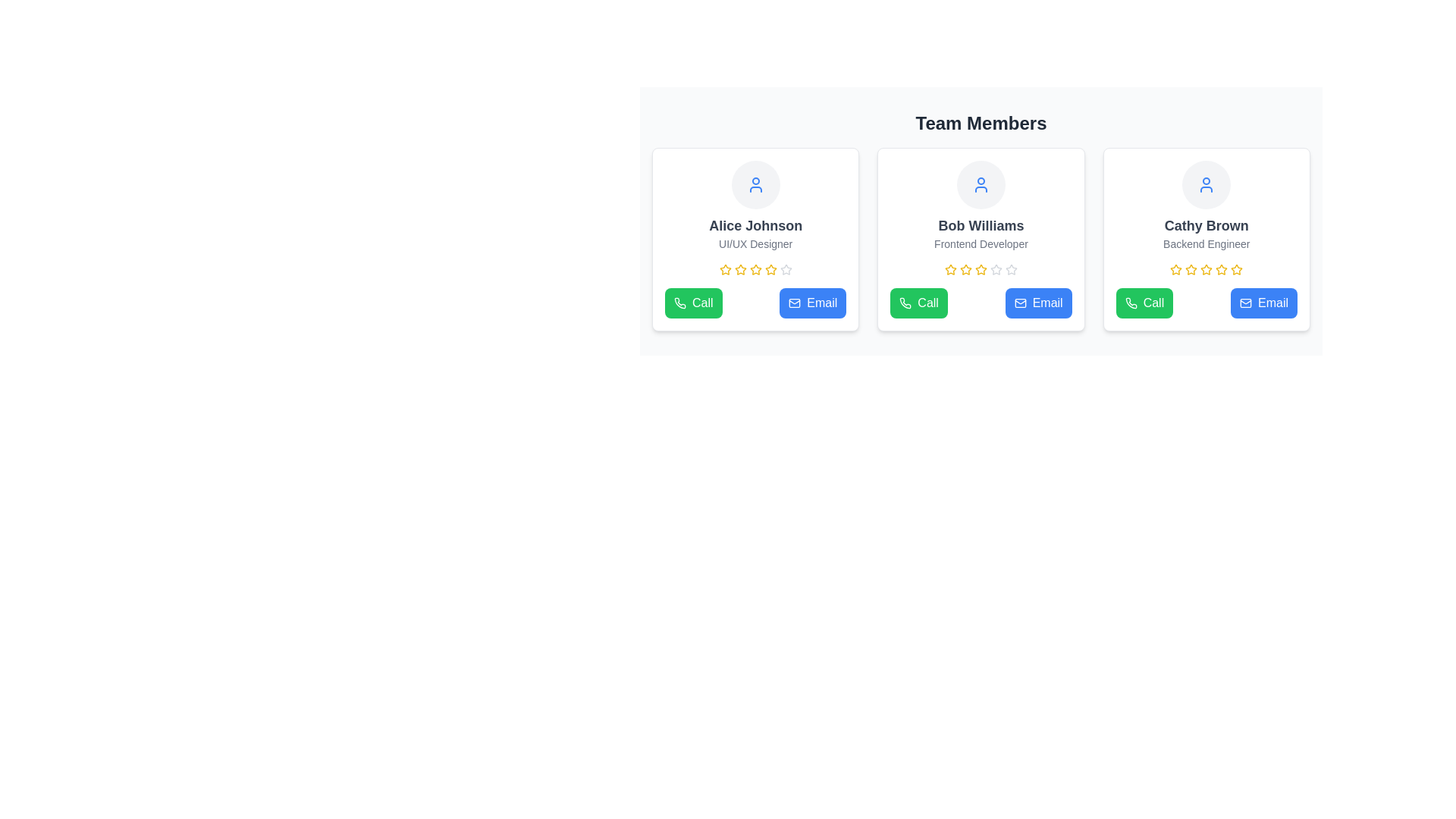 The width and height of the screenshot is (1456, 819). I want to click on the 'Email' button located inside the third card in the list of team members by navigating to its position for keyboard interaction, so click(1245, 303).